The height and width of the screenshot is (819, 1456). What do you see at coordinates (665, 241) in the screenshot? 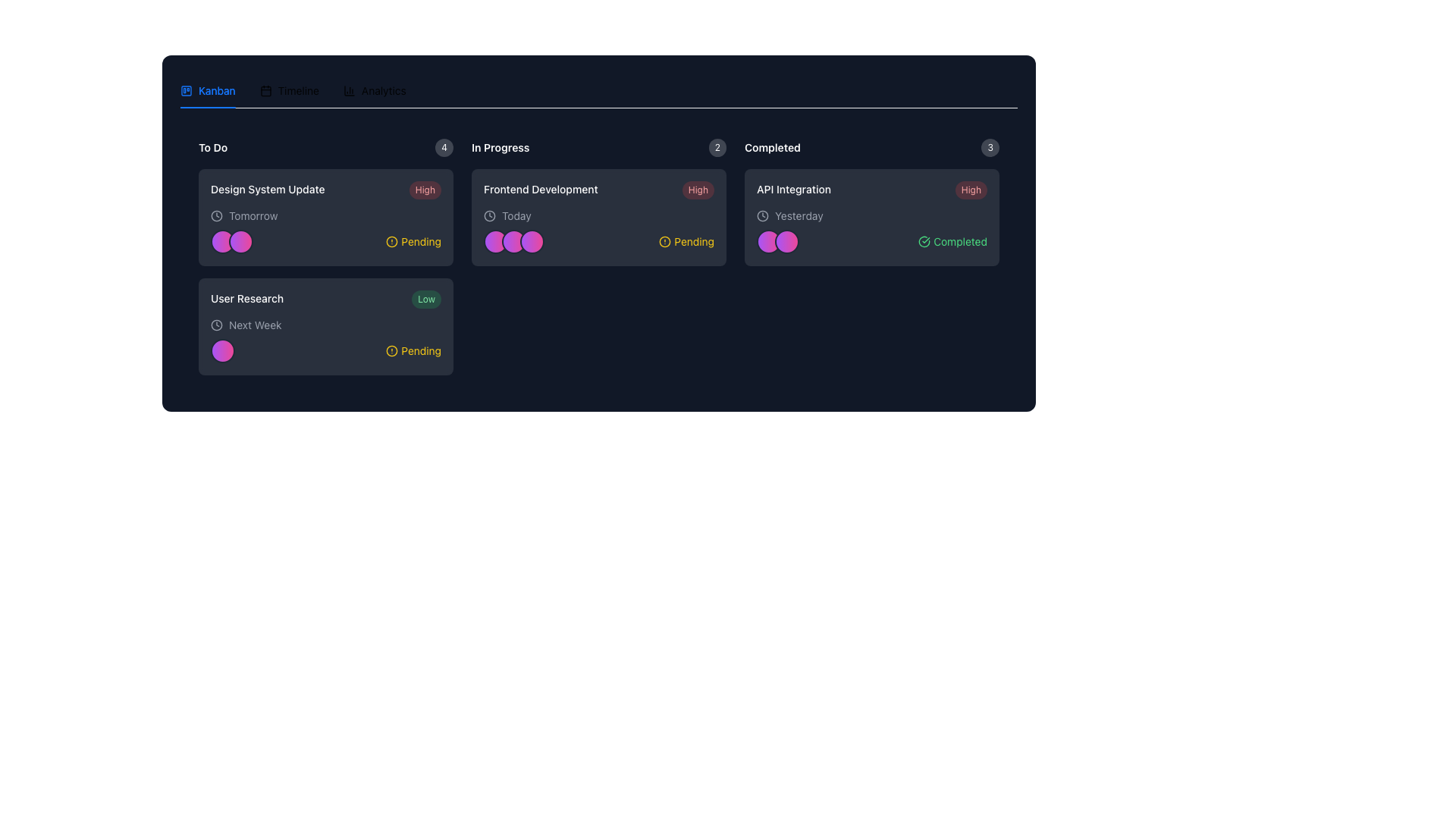
I see `the SVG Circle Element located in the 'In Progress' section near the 'Frontend Development' card, which serves as a visual indicator for status` at bounding box center [665, 241].